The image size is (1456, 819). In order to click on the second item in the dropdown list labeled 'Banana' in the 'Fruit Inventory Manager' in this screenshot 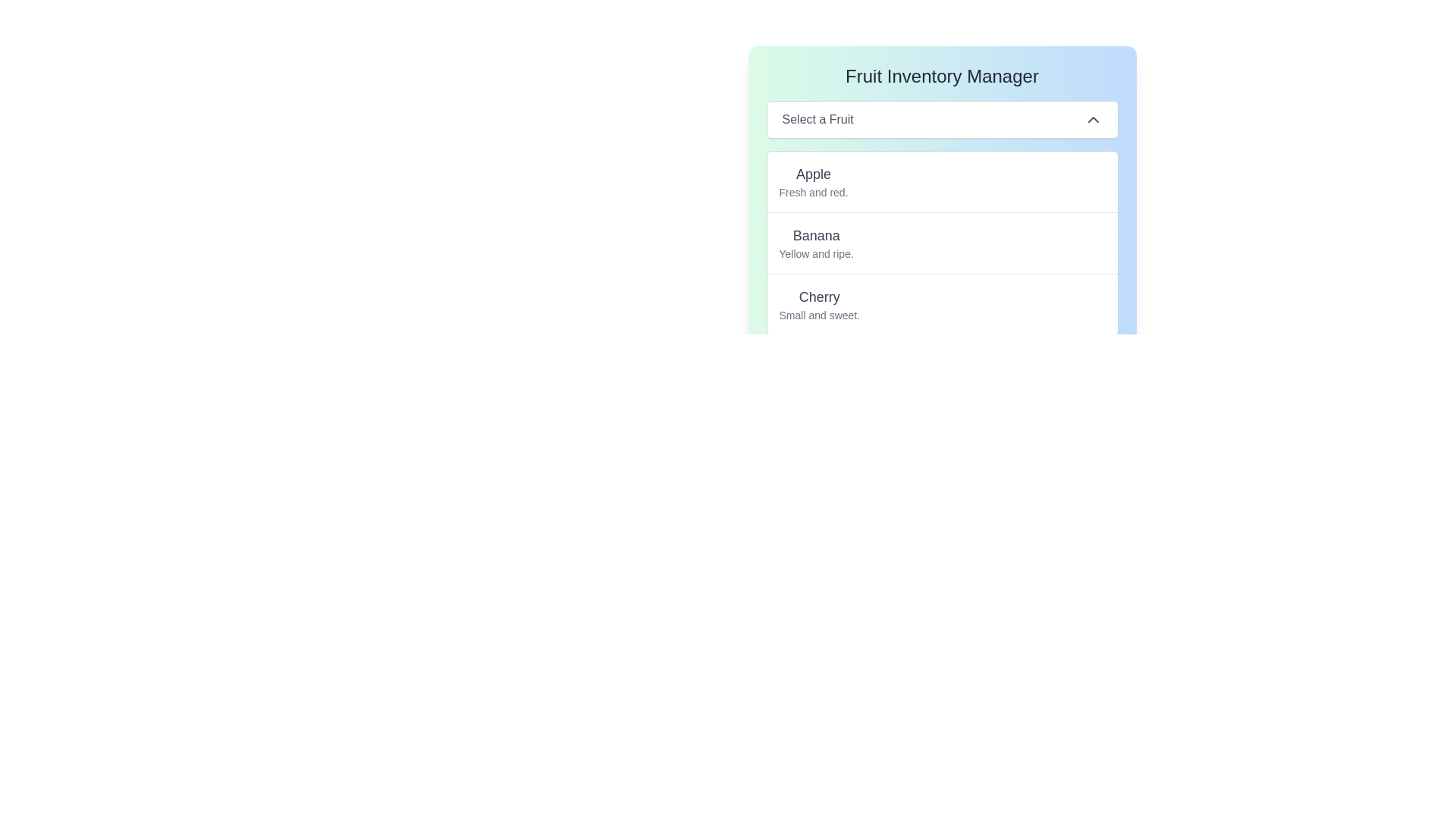, I will do `click(941, 242)`.